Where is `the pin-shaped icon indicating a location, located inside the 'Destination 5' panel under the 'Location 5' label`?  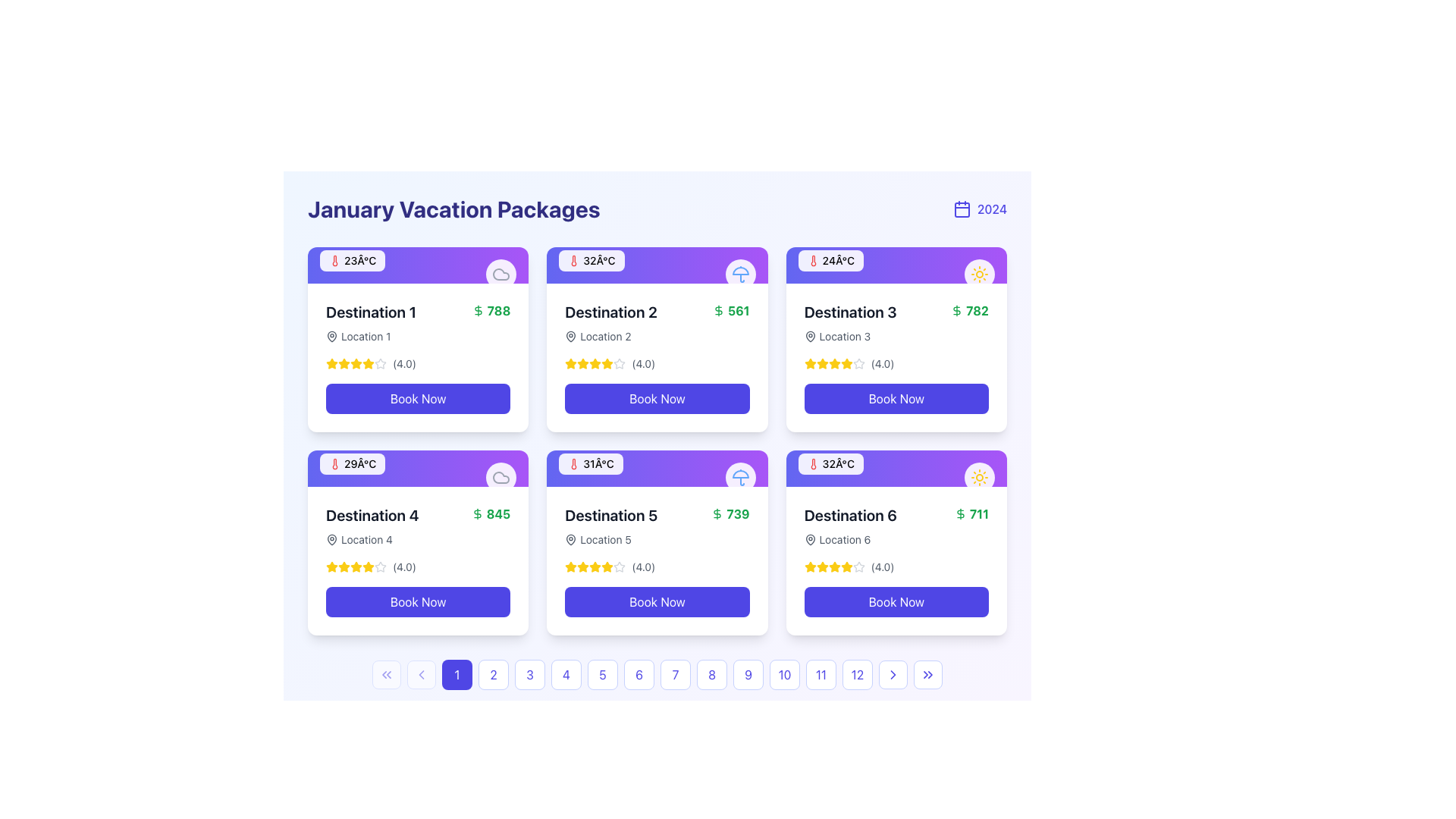
the pin-shaped icon indicating a location, located inside the 'Destination 5' panel under the 'Location 5' label is located at coordinates (570, 539).